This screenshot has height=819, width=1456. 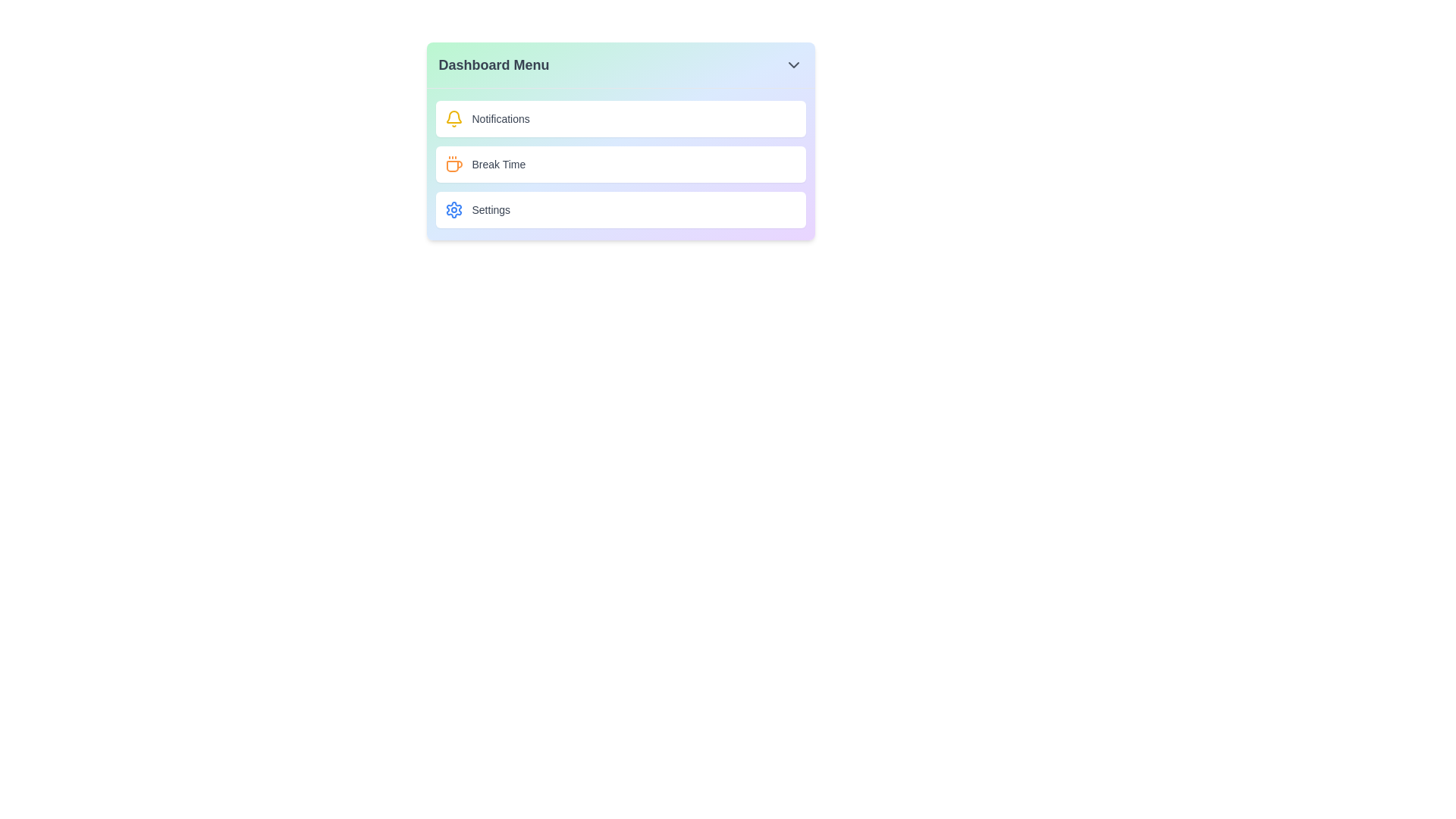 What do you see at coordinates (620, 164) in the screenshot?
I see `the 'Break Time' menu item located in the 'Dashboard Menu', which is the second item in the list of options` at bounding box center [620, 164].